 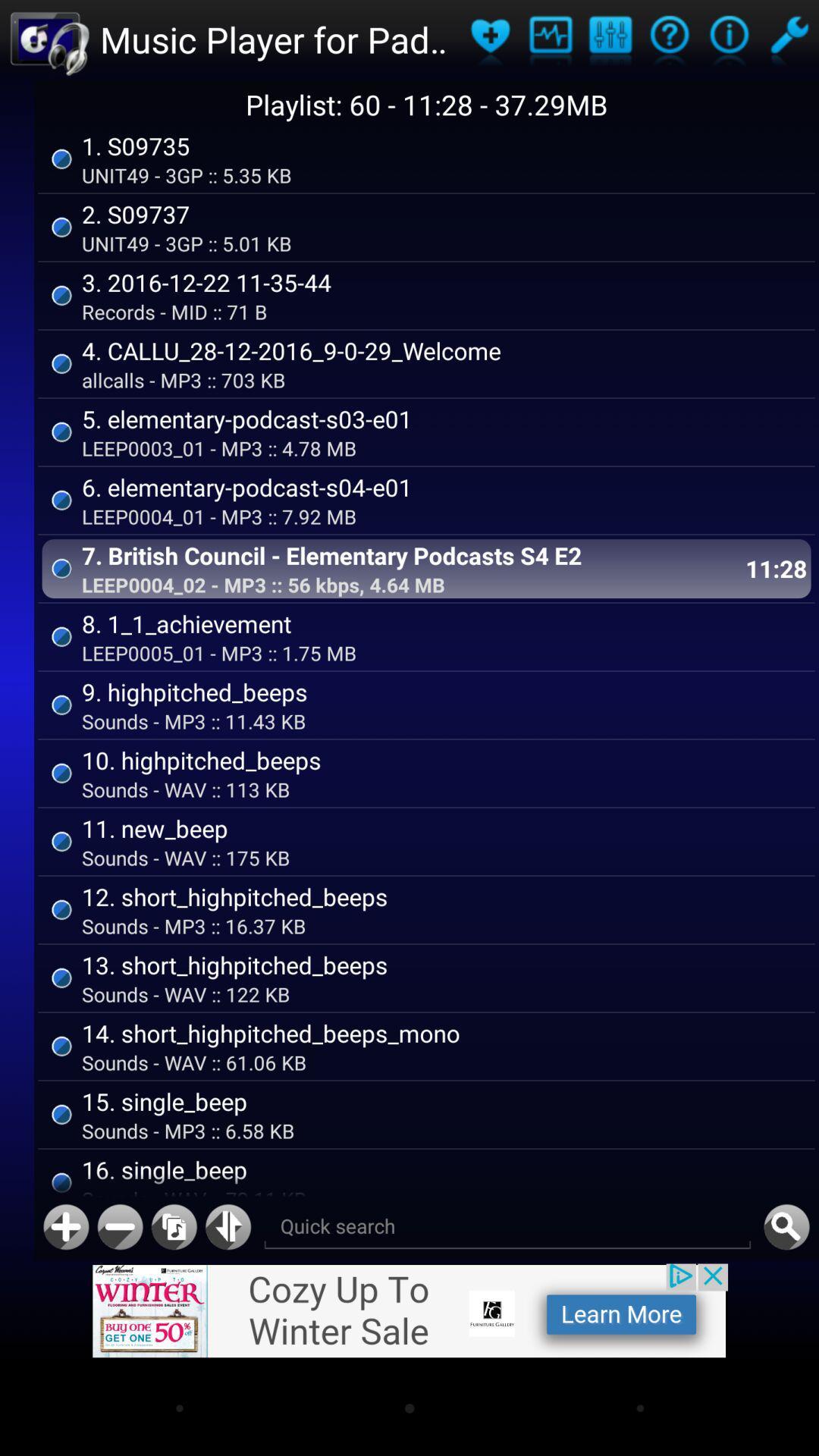 I want to click on remove track, so click(x=119, y=1227).